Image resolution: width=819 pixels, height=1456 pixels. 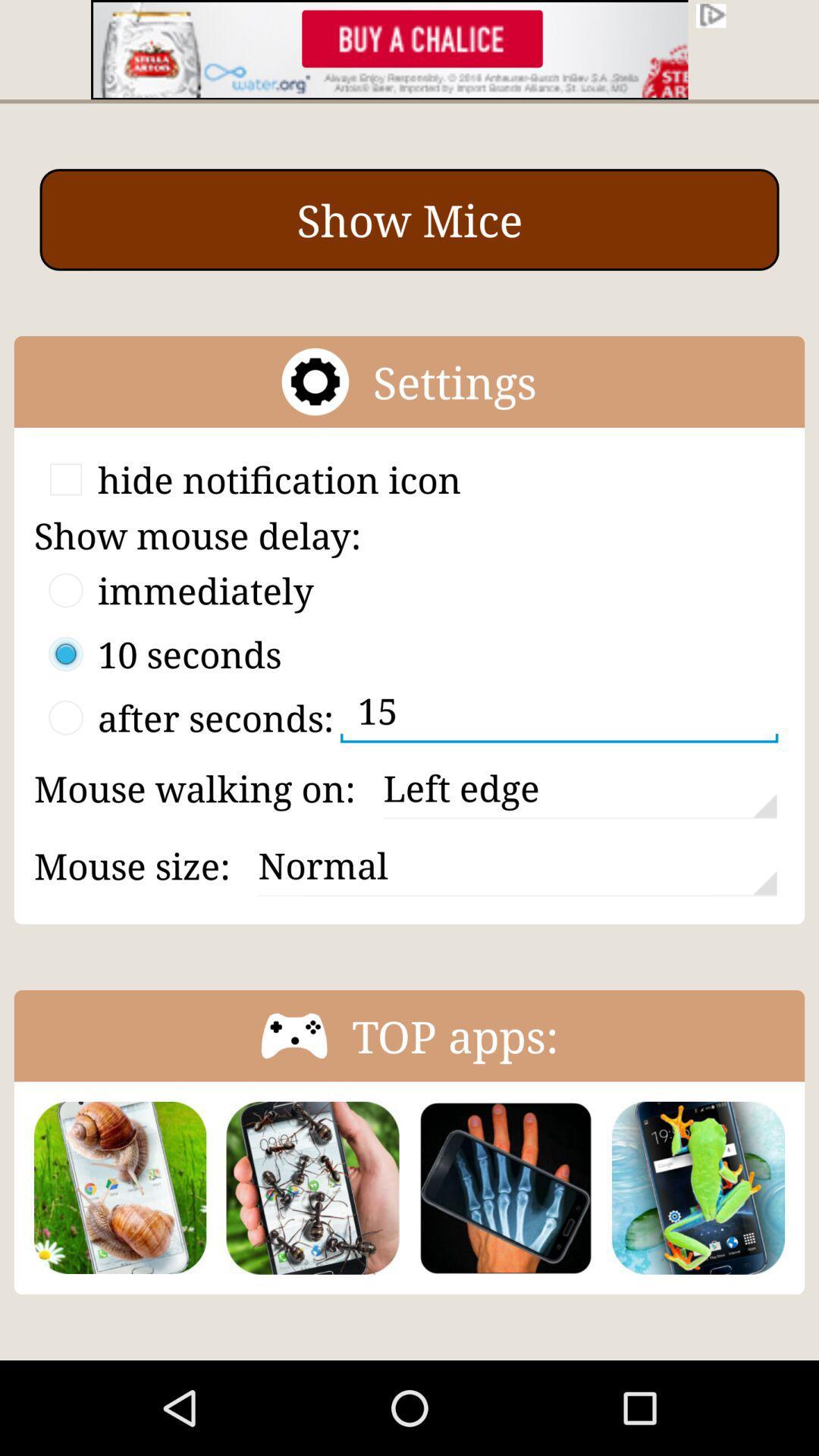 I want to click on the drop down beside mouse size, so click(x=516, y=866).